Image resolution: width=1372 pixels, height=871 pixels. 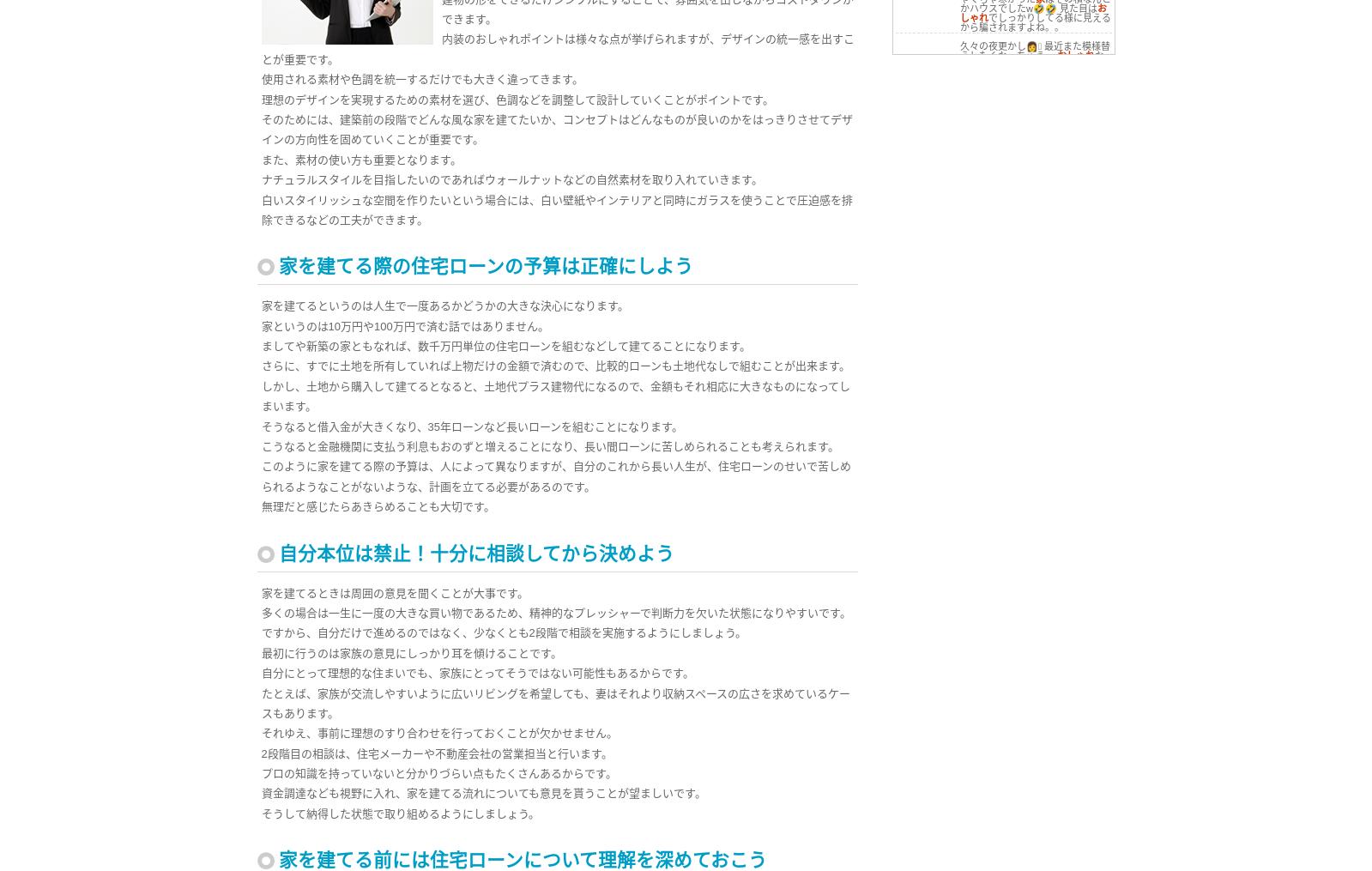 I want to click on '◎2021/1/18', so click(x=933, y=235).